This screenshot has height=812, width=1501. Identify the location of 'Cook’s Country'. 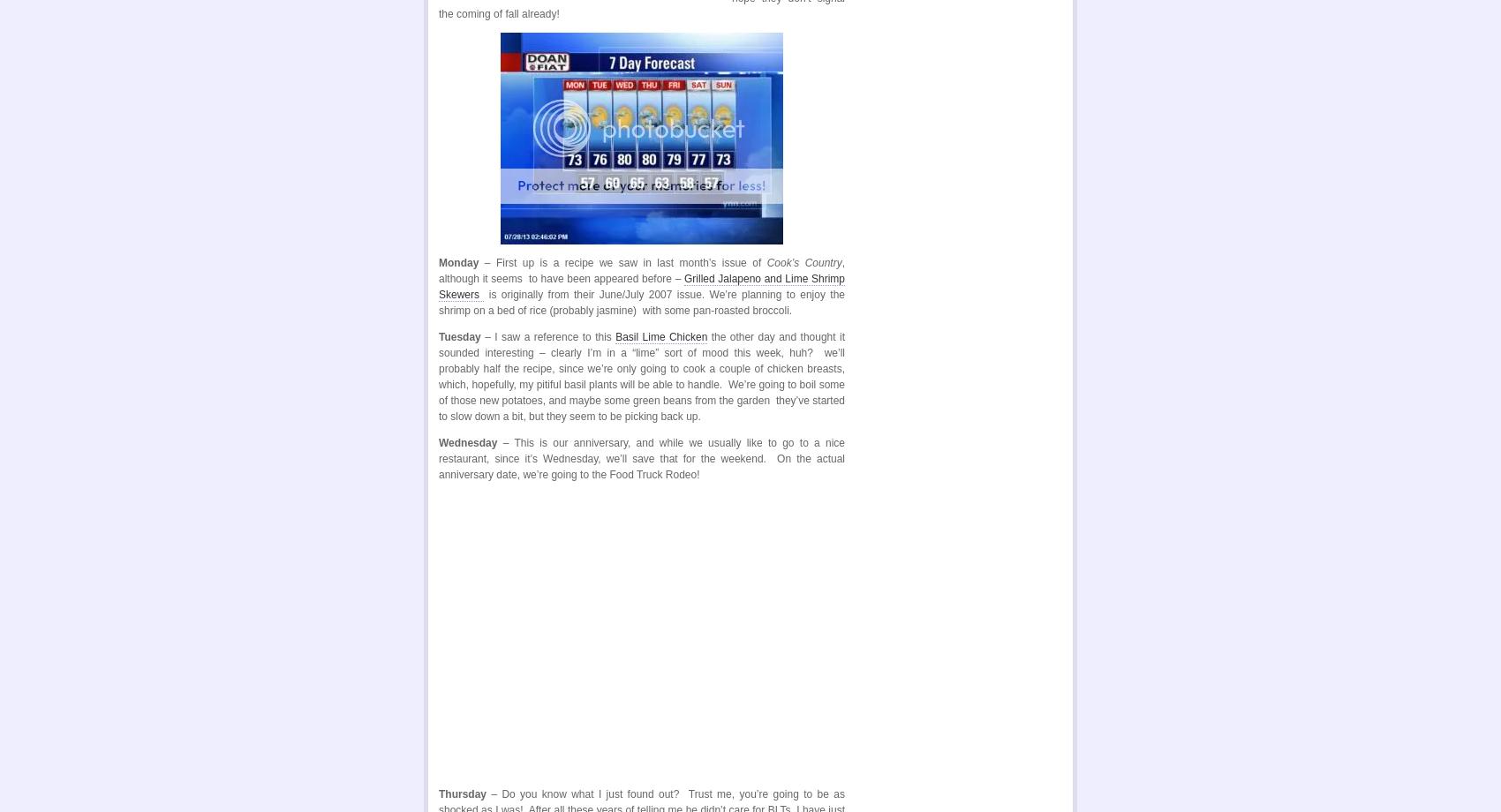
(803, 262).